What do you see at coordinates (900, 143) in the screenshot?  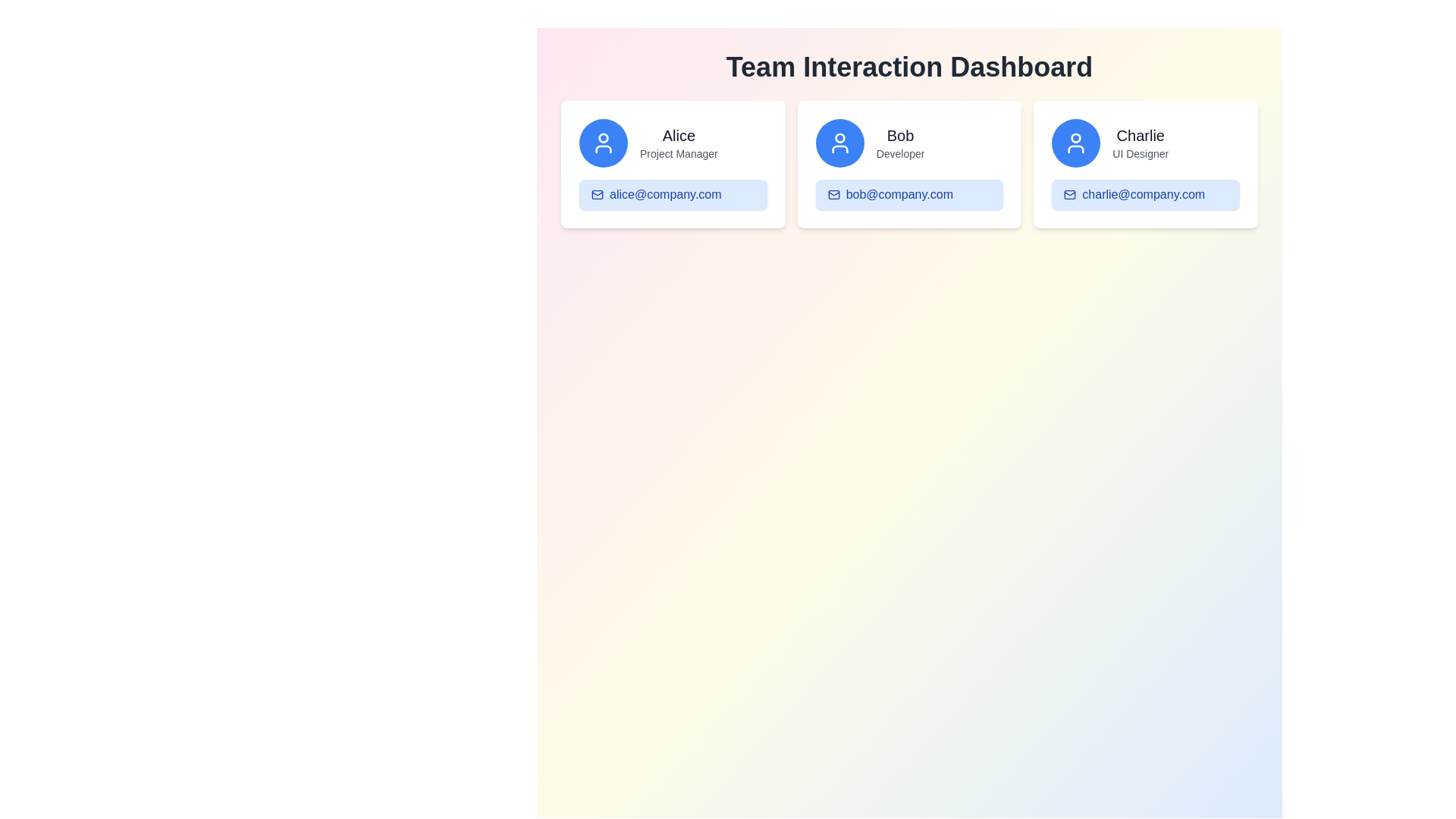 I see `the text content displaying 'Bob' as a title and 'Developer' as a subtitle, which is located in the center of the middle card in a row of three cards` at bounding box center [900, 143].